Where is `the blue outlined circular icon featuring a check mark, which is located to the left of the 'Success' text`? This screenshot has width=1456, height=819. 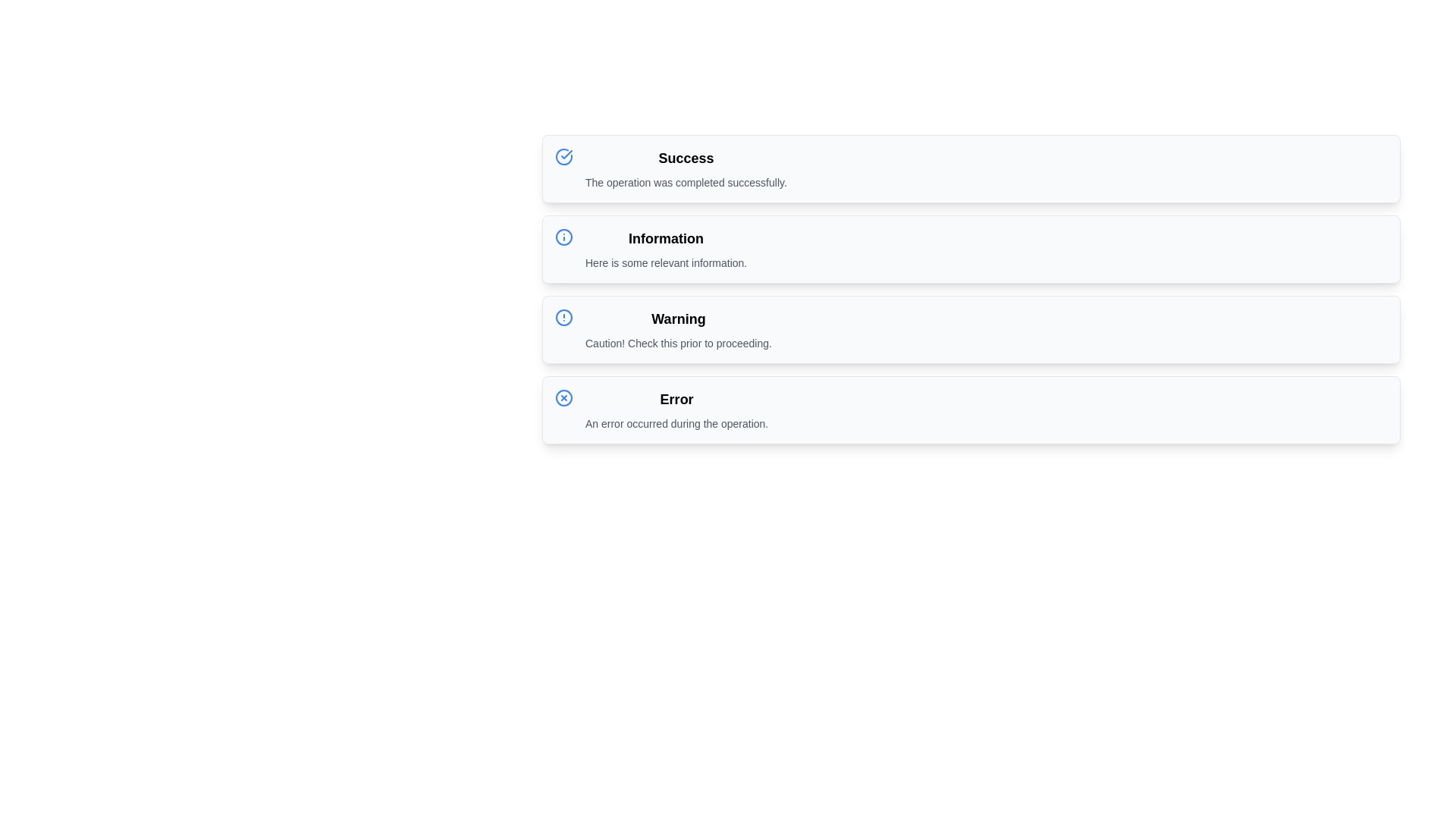
the blue outlined circular icon featuring a check mark, which is located to the left of the 'Success' text is located at coordinates (563, 157).